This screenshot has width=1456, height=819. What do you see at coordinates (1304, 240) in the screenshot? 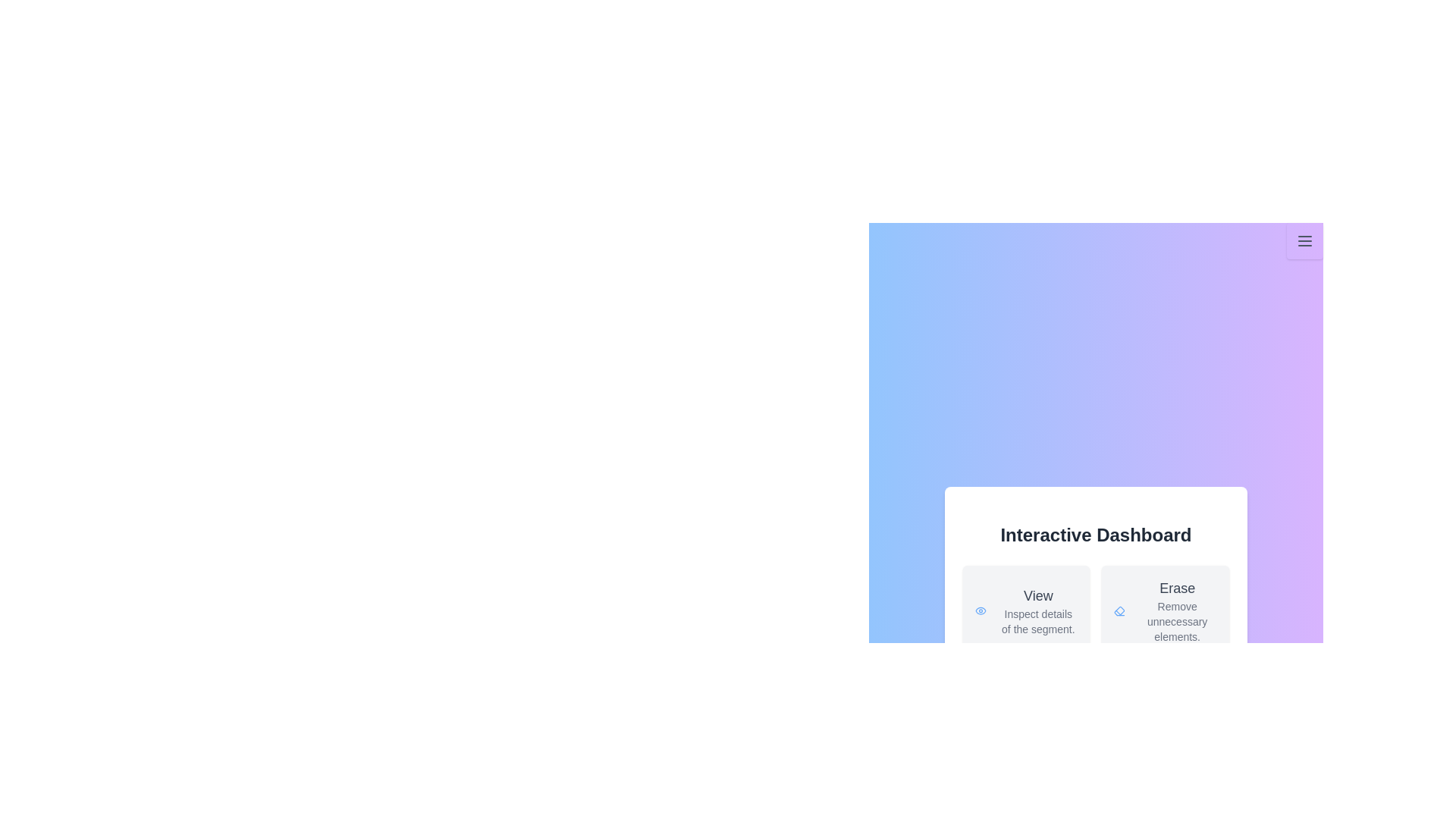
I see `the menu button to toggle the visibility of the menu` at bounding box center [1304, 240].